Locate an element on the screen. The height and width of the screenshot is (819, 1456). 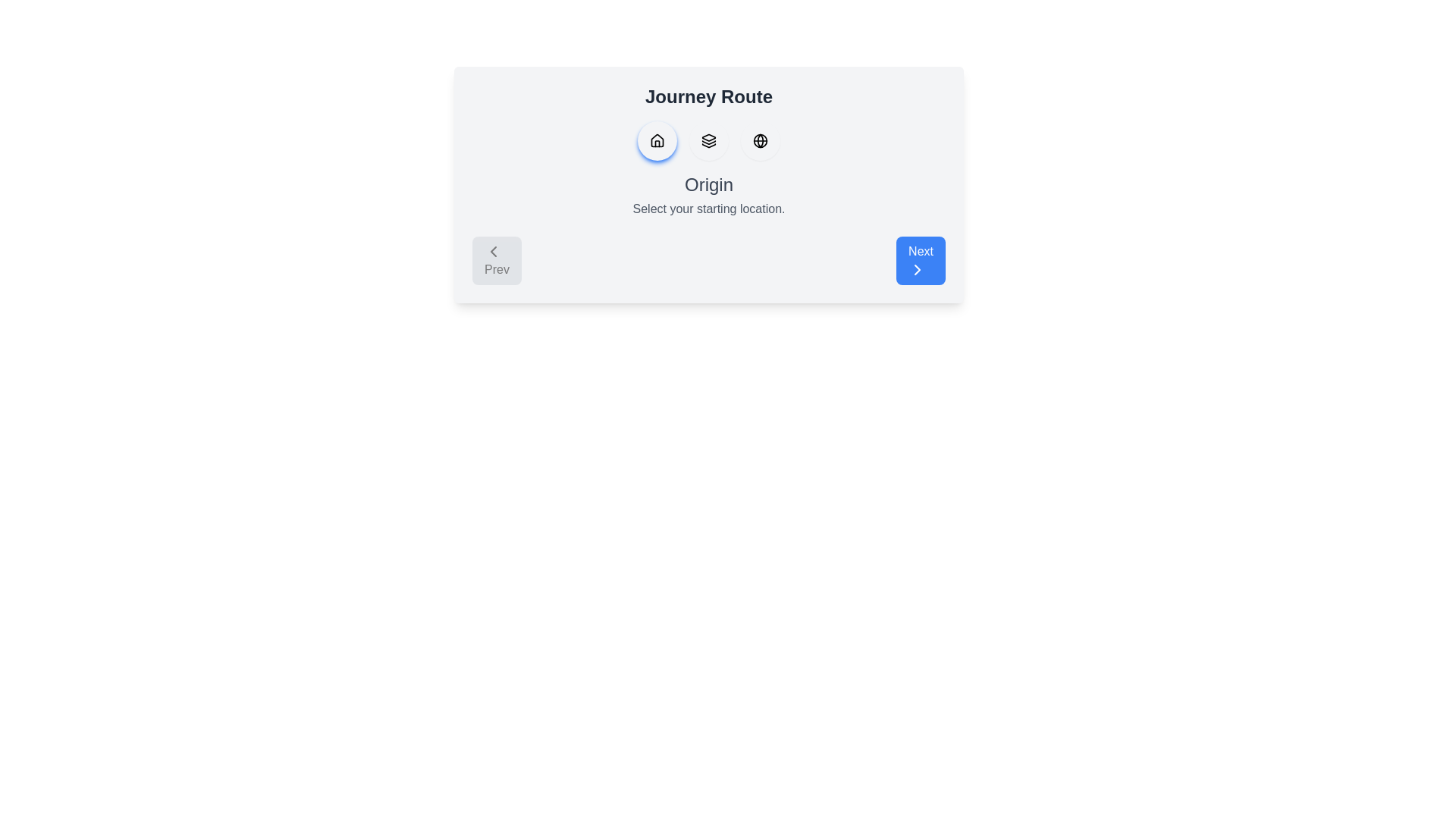
the layered stack icon, which is the second icon in a horizontal row of three icons, positioned centrally between the house icon and the globe icon is located at coordinates (708, 140).